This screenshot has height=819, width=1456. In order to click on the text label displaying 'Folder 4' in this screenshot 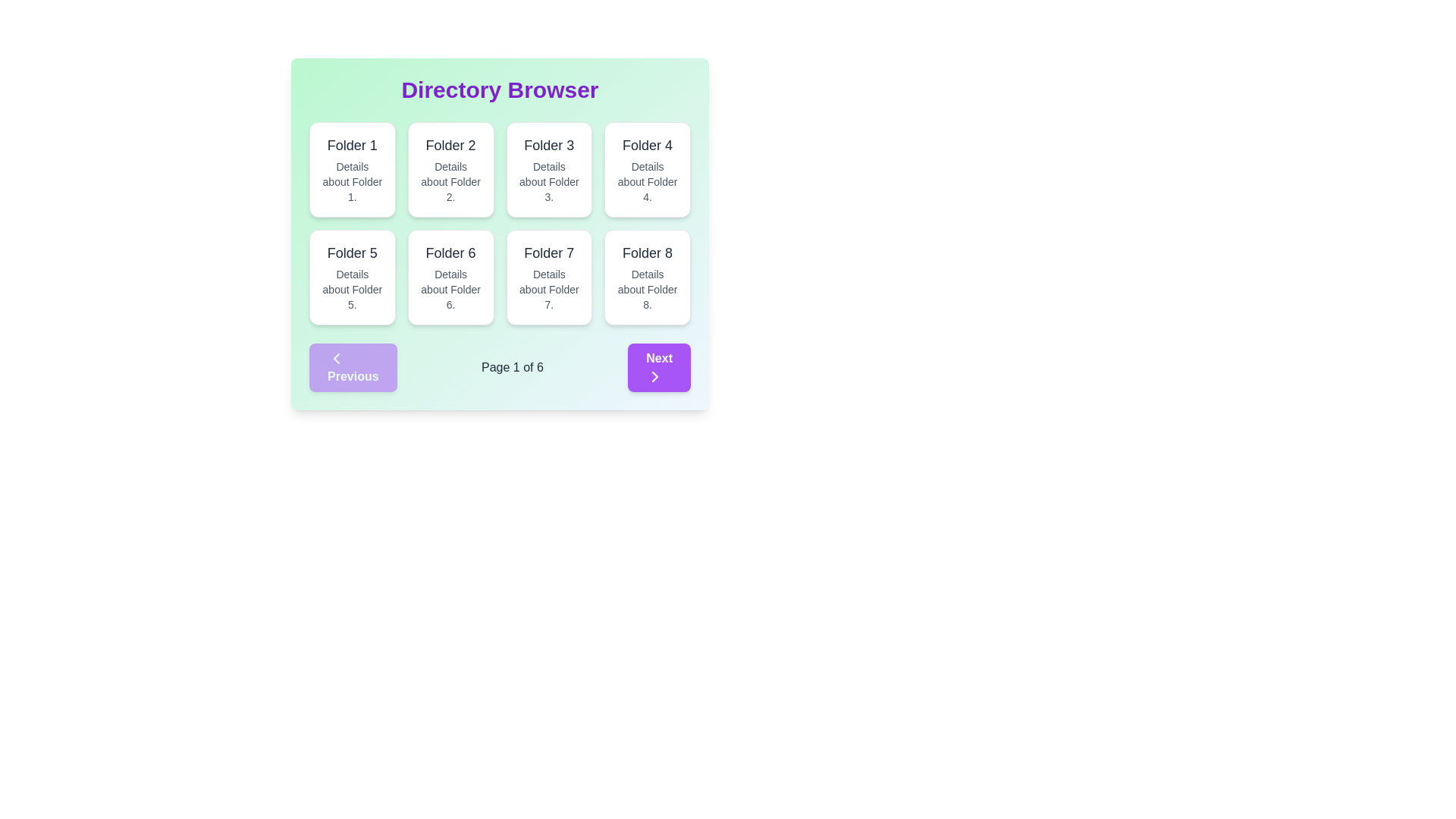, I will do `click(648, 146)`.